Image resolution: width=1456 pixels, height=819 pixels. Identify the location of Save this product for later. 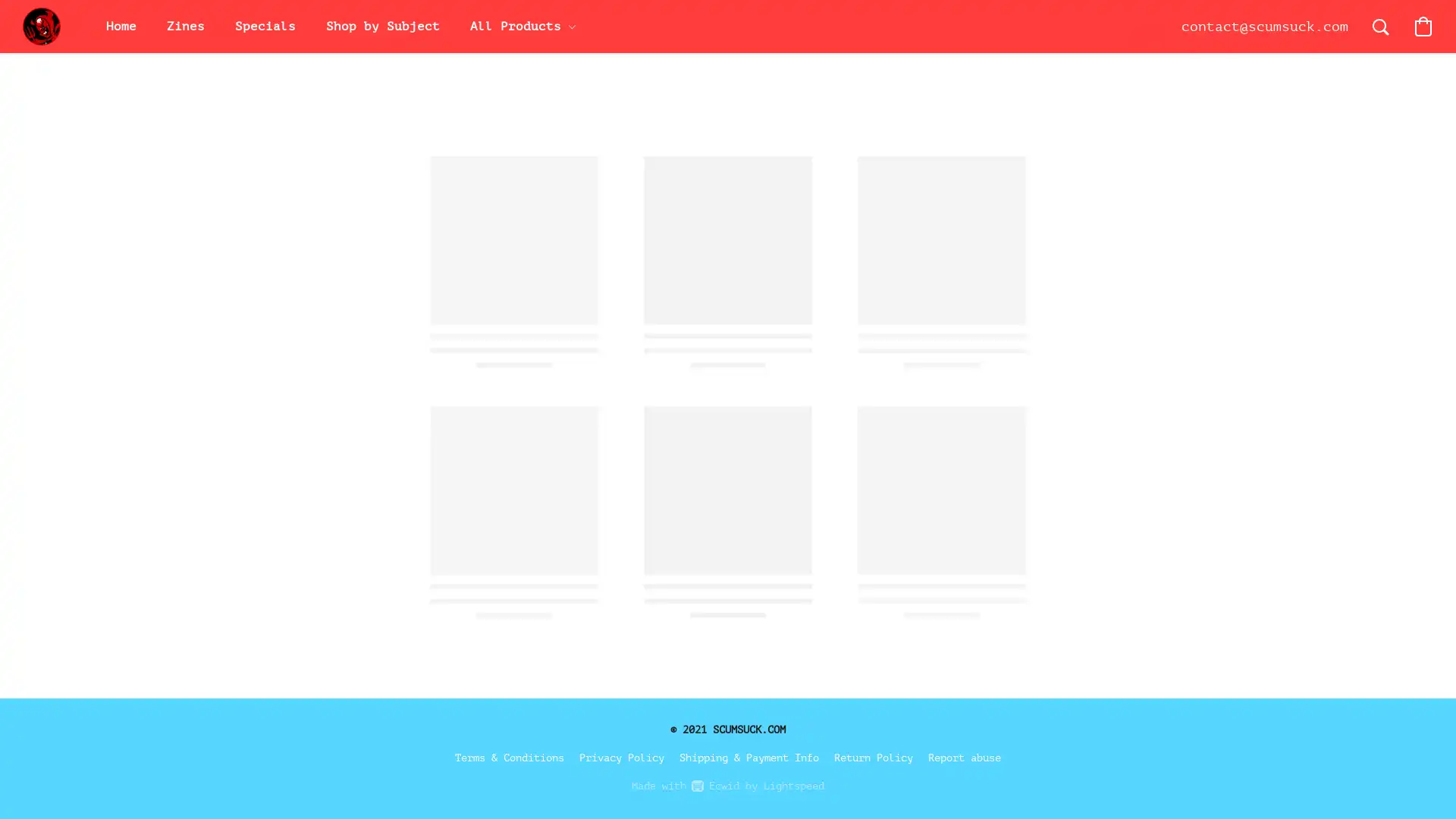
(940, 469).